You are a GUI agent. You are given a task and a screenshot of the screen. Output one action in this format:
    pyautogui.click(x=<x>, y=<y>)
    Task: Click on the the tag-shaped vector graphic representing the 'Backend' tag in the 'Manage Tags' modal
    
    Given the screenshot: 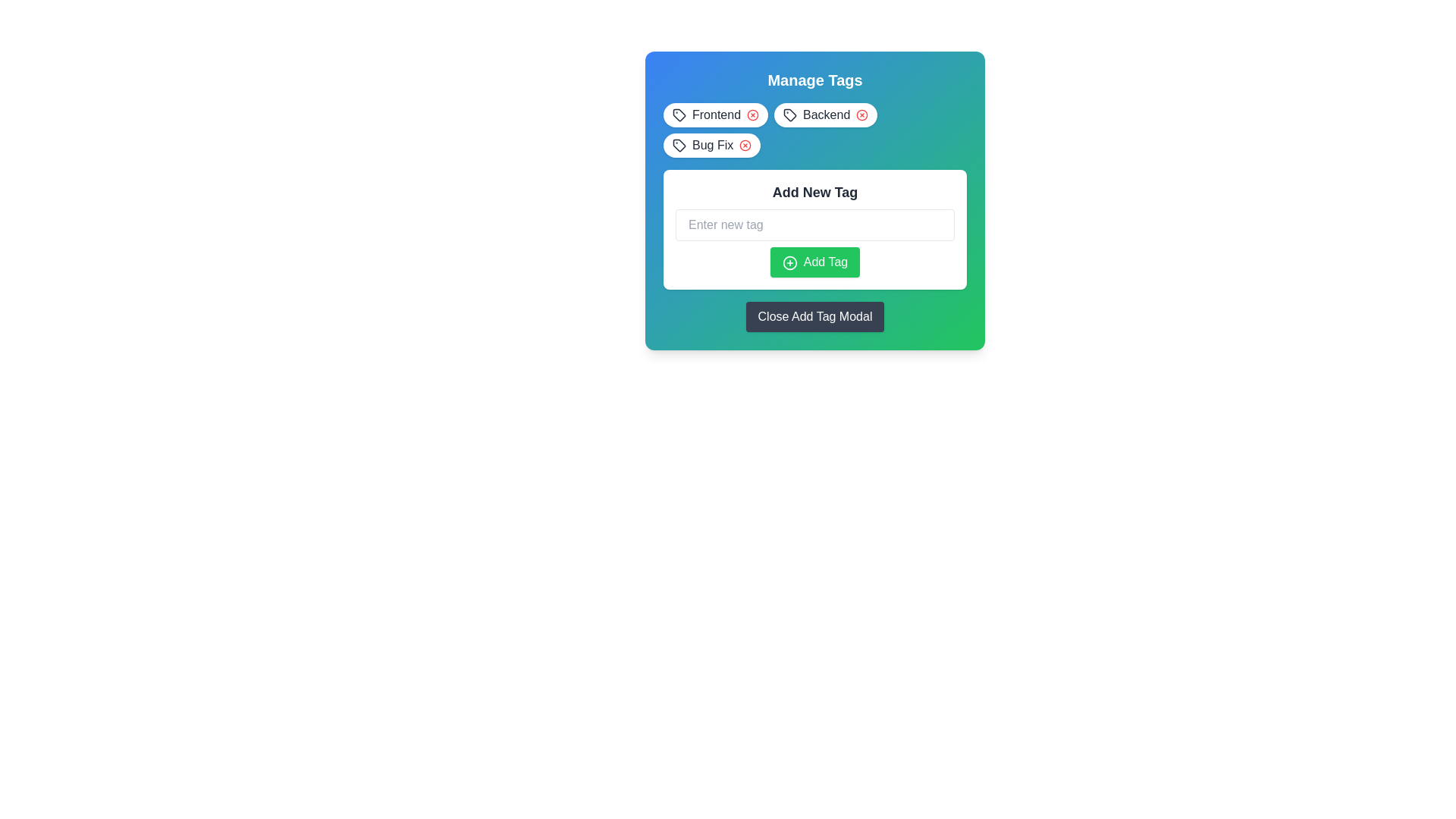 What is the action you would take?
    pyautogui.click(x=789, y=114)
    